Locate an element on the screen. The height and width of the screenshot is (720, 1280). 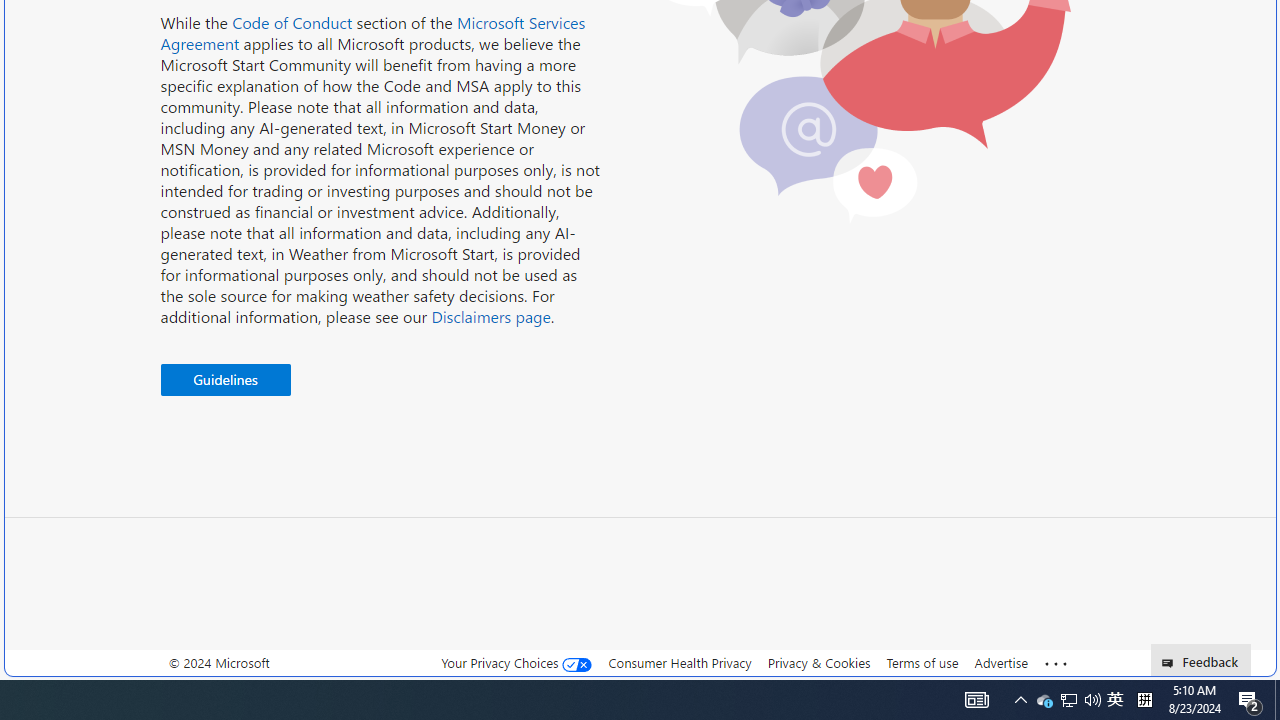
'Consumer Health Privacy' is located at coordinates (680, 662).